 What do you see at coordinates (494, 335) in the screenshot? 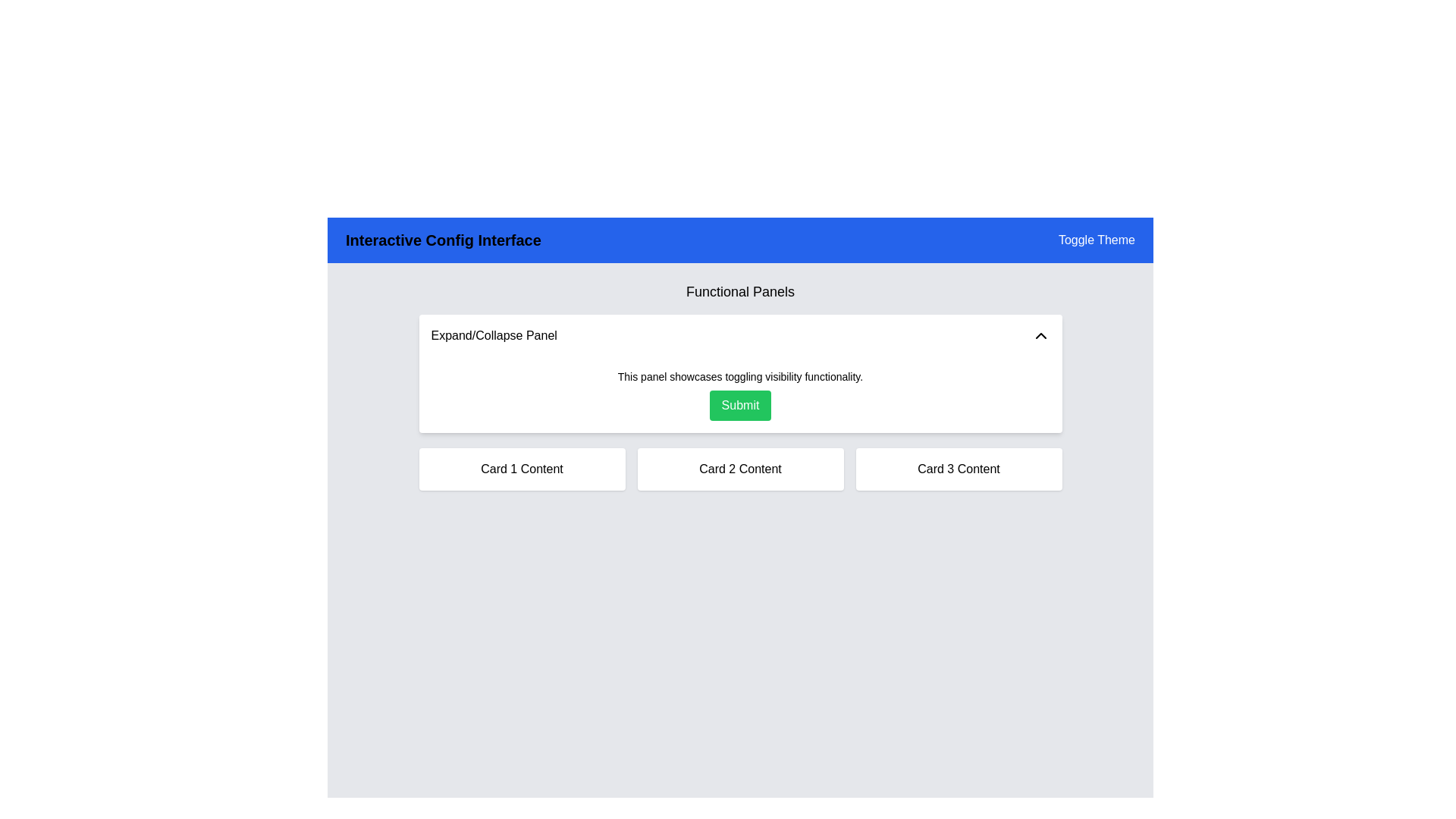
I see `the text label displaying 'Expand/Collapse Panel', which is located at the top-left of its enclosing panel, adjacent to an up arrow icon` at bounding box center [494, 335].